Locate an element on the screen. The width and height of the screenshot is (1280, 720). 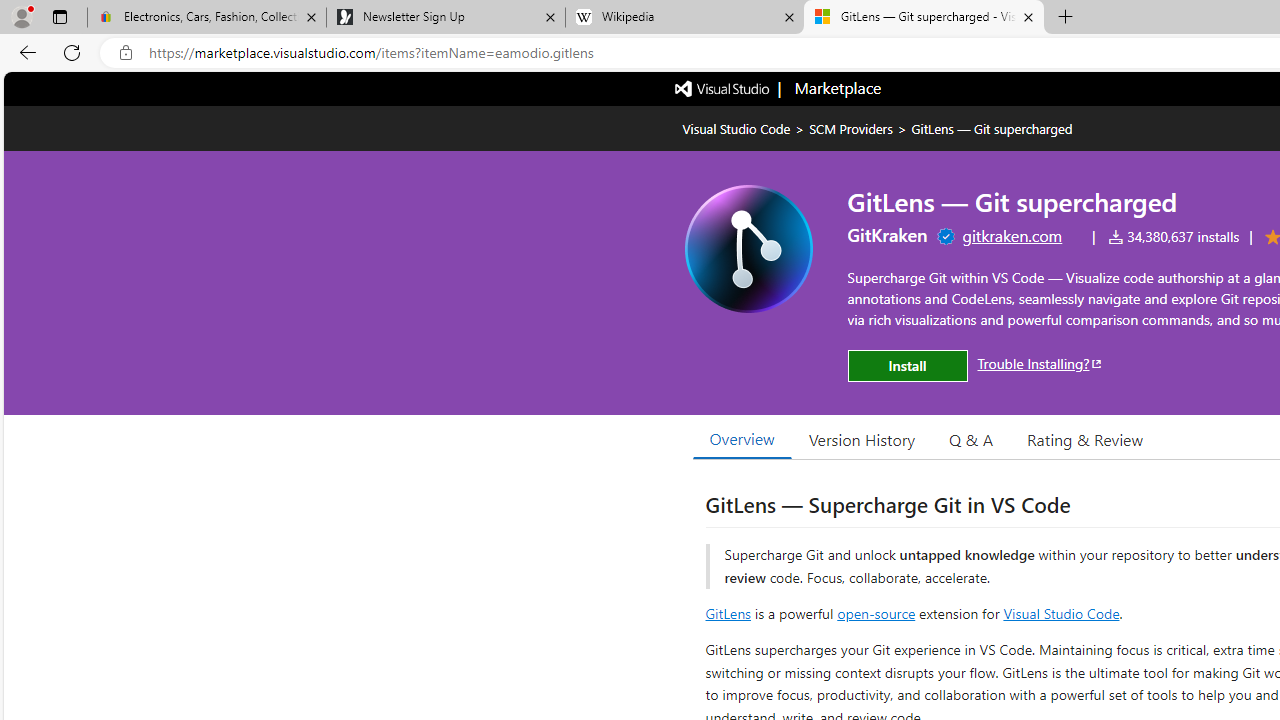
'Wikipedia' is located at coordinates (684, 17).